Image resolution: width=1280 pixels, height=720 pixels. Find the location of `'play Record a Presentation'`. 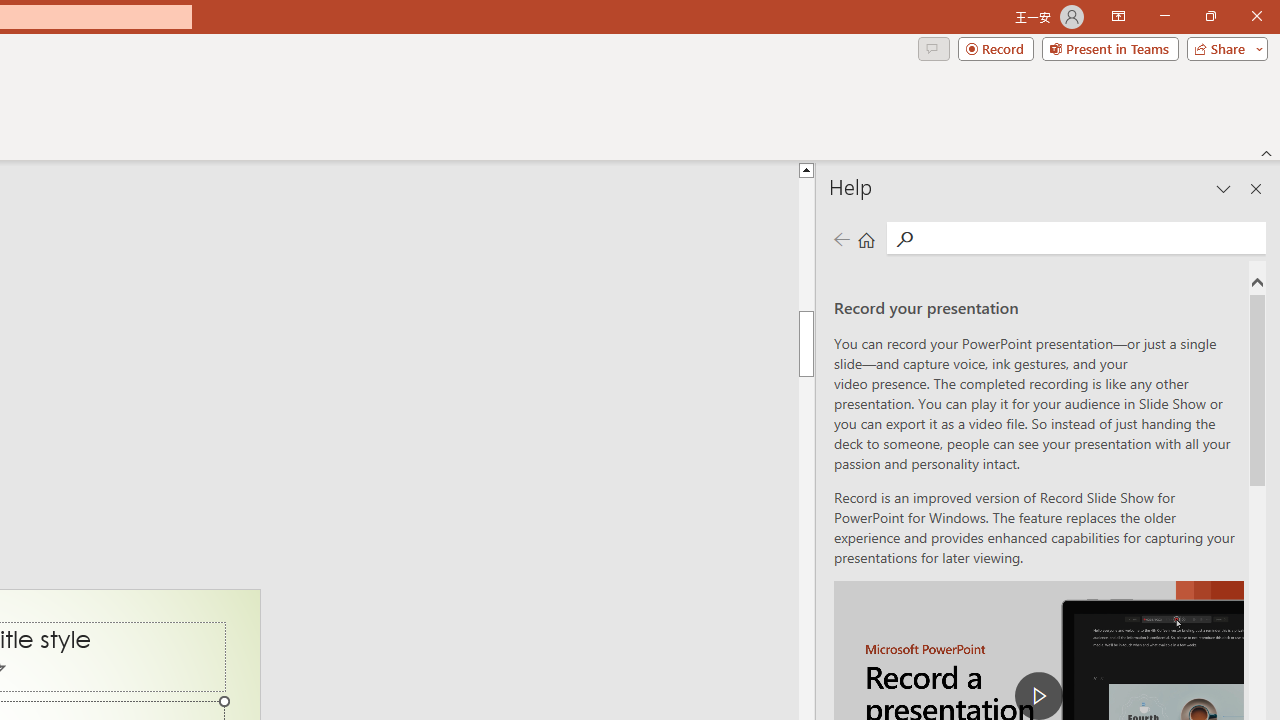

'play Record a Presentation' is located at coordinates (1038, 694).